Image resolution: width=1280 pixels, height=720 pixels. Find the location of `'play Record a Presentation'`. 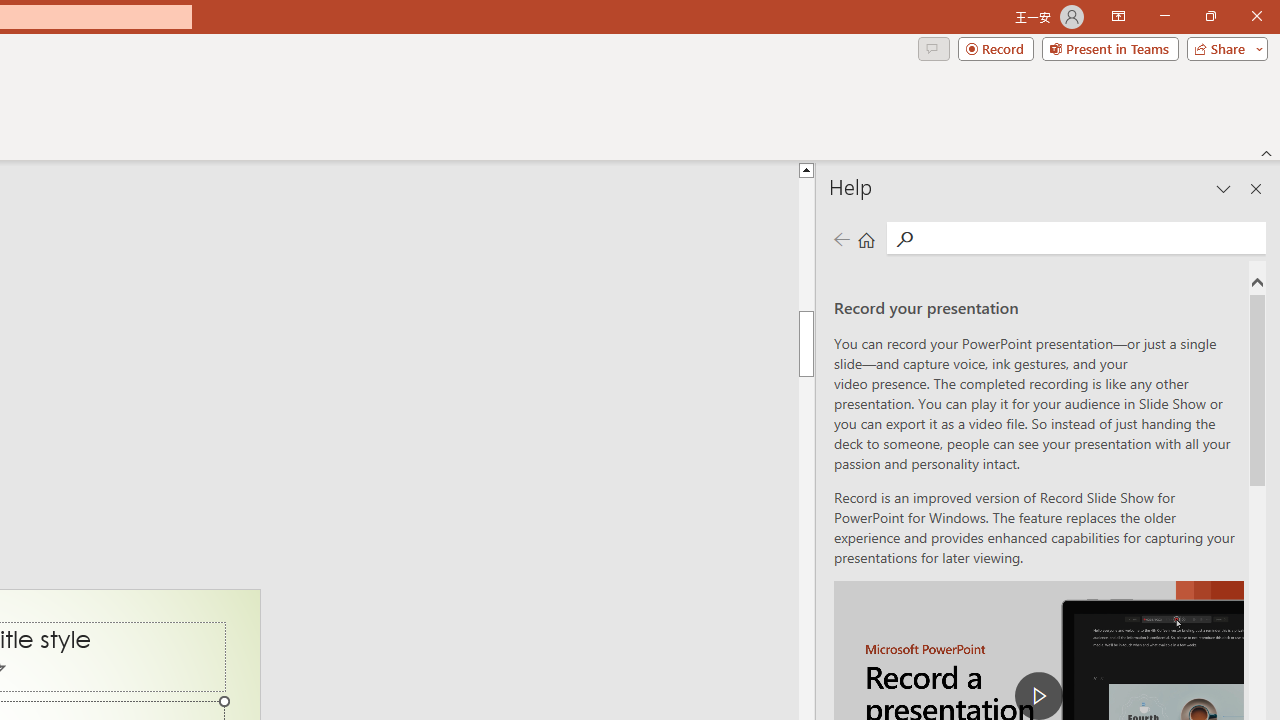

'play Record a Presentation' is located at coordinates (1038, 694).